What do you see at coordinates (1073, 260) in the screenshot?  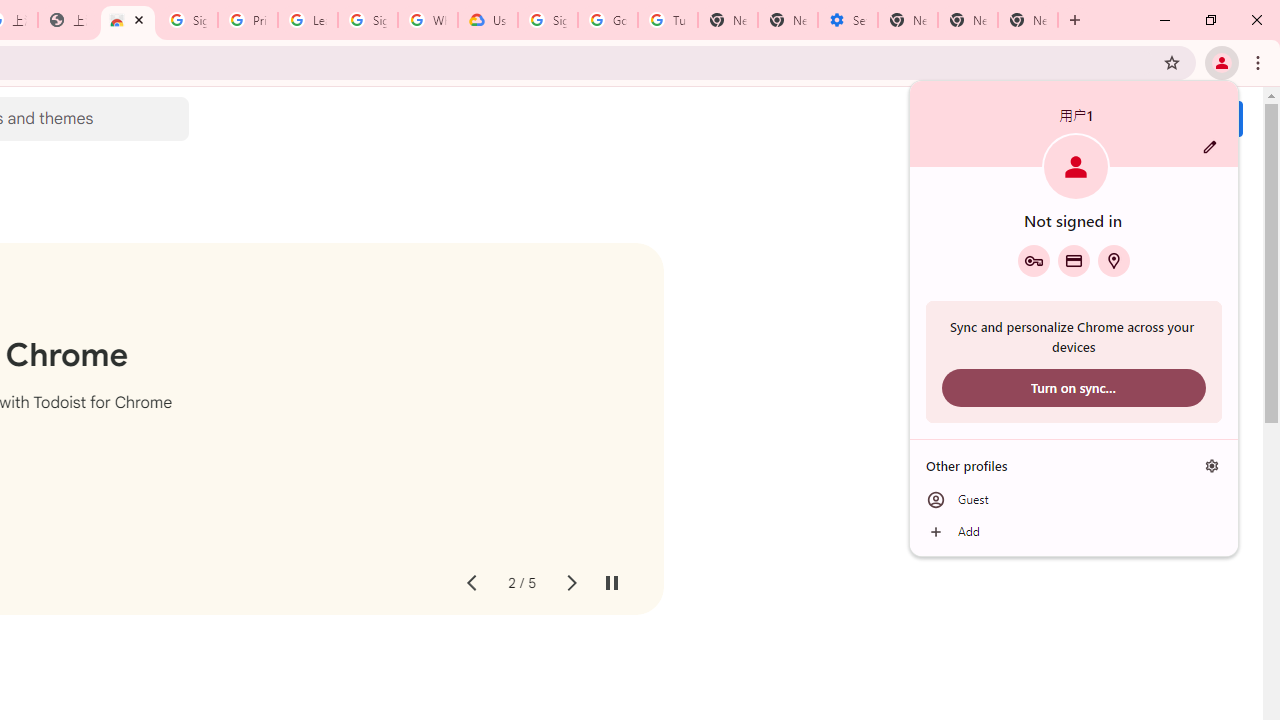 I see `'Payment methods'` at bounding box center [1073, 260].